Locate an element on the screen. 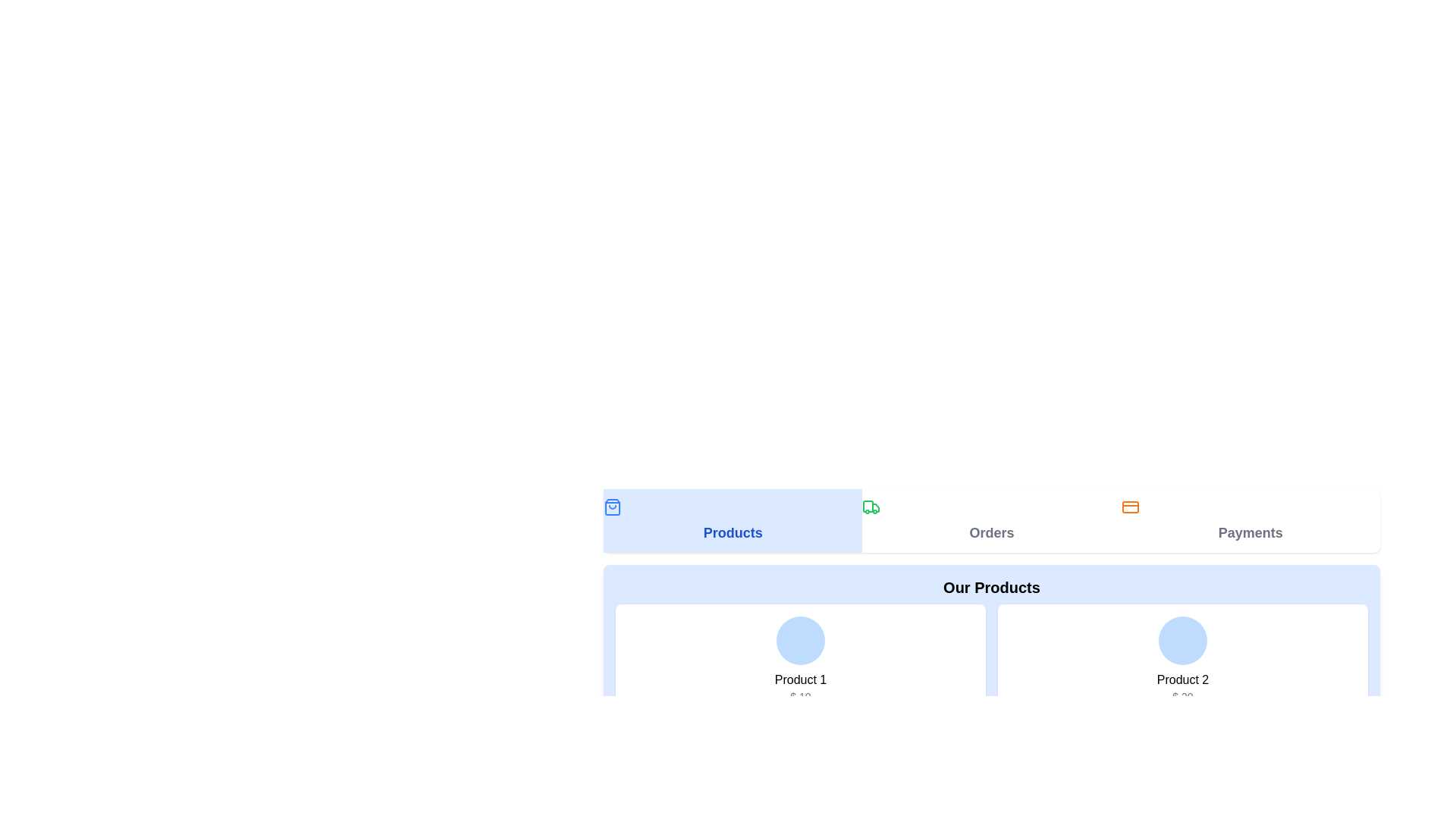 This screenshot has width=1456, height=819. the 'Product 2' text label located beneath the circular avatar and above the price label, to focus on it is located at coordinates (1182, 679).